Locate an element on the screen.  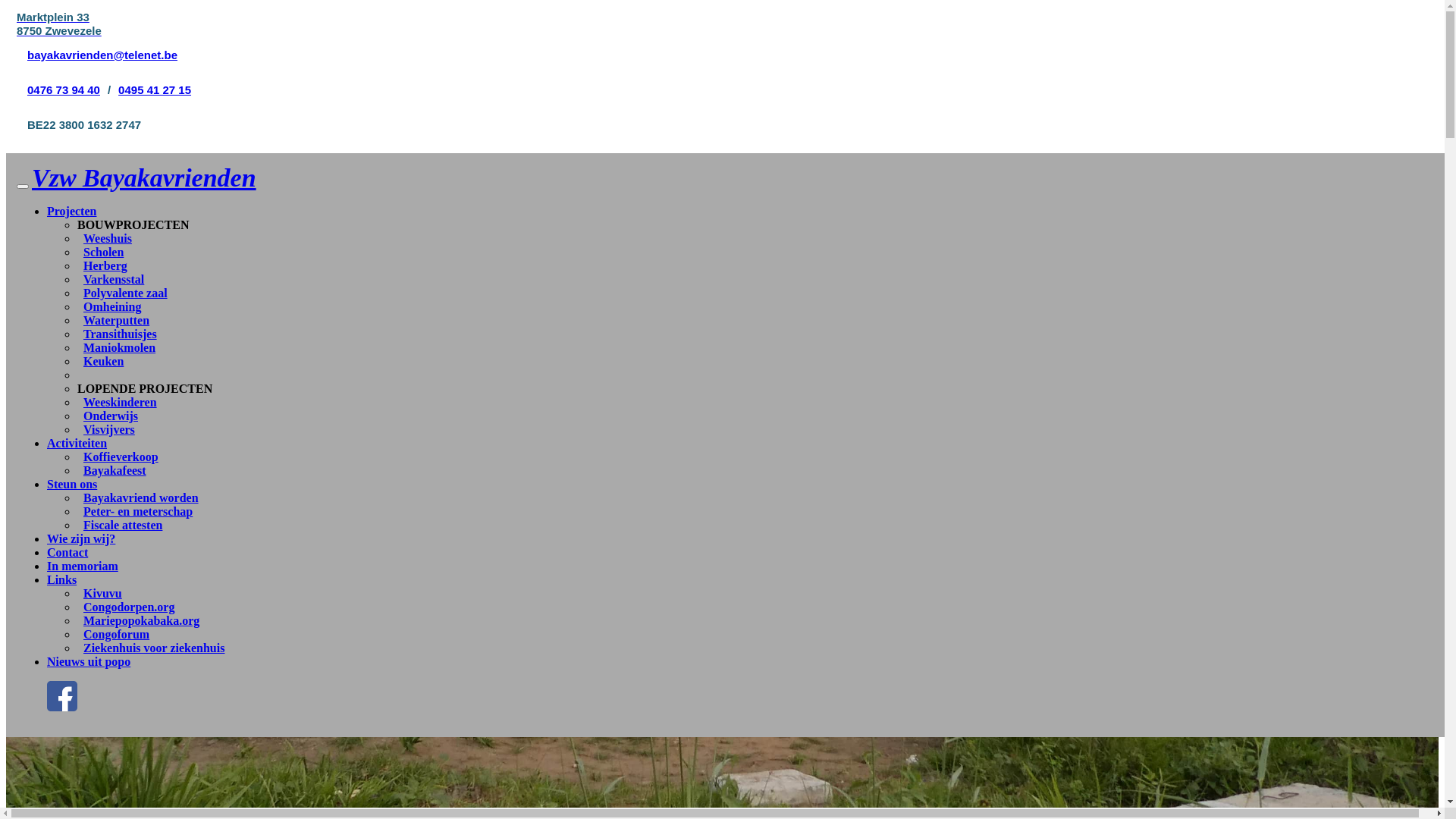
'Steun ons' is located at coordinates (71, 484).